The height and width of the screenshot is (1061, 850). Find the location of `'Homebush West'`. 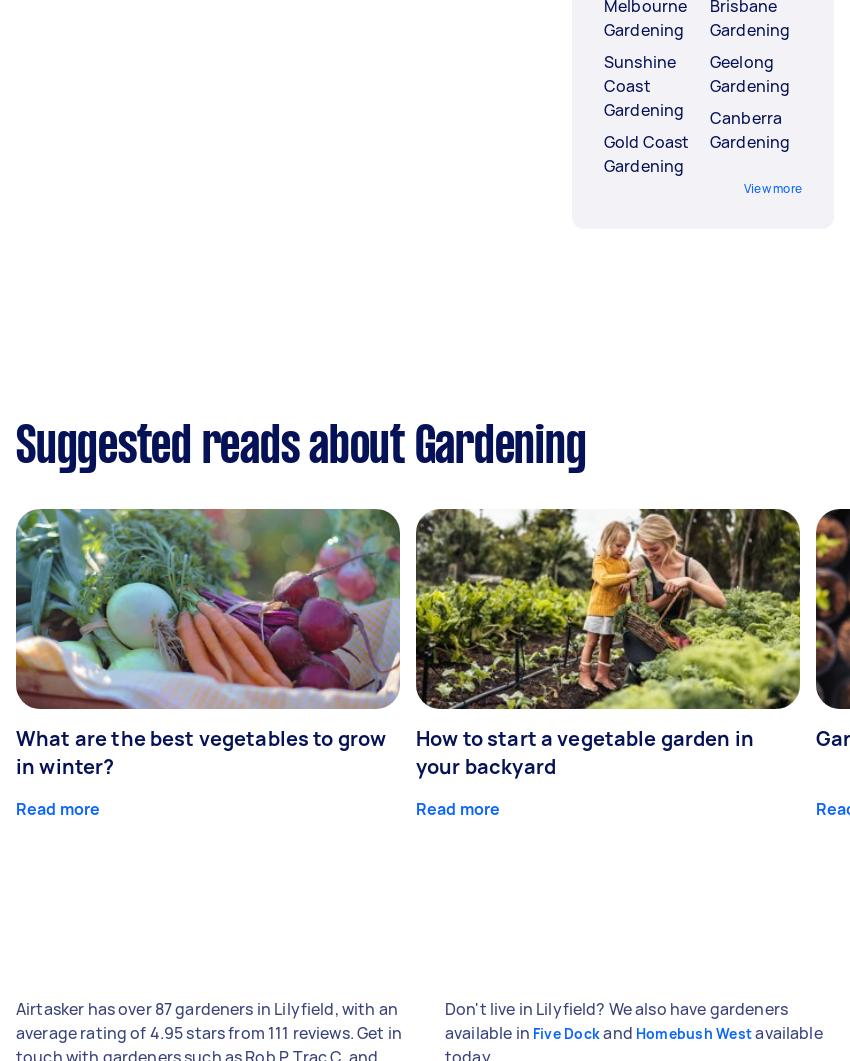

'Homebush West' is located at coordinates (692, 1032).